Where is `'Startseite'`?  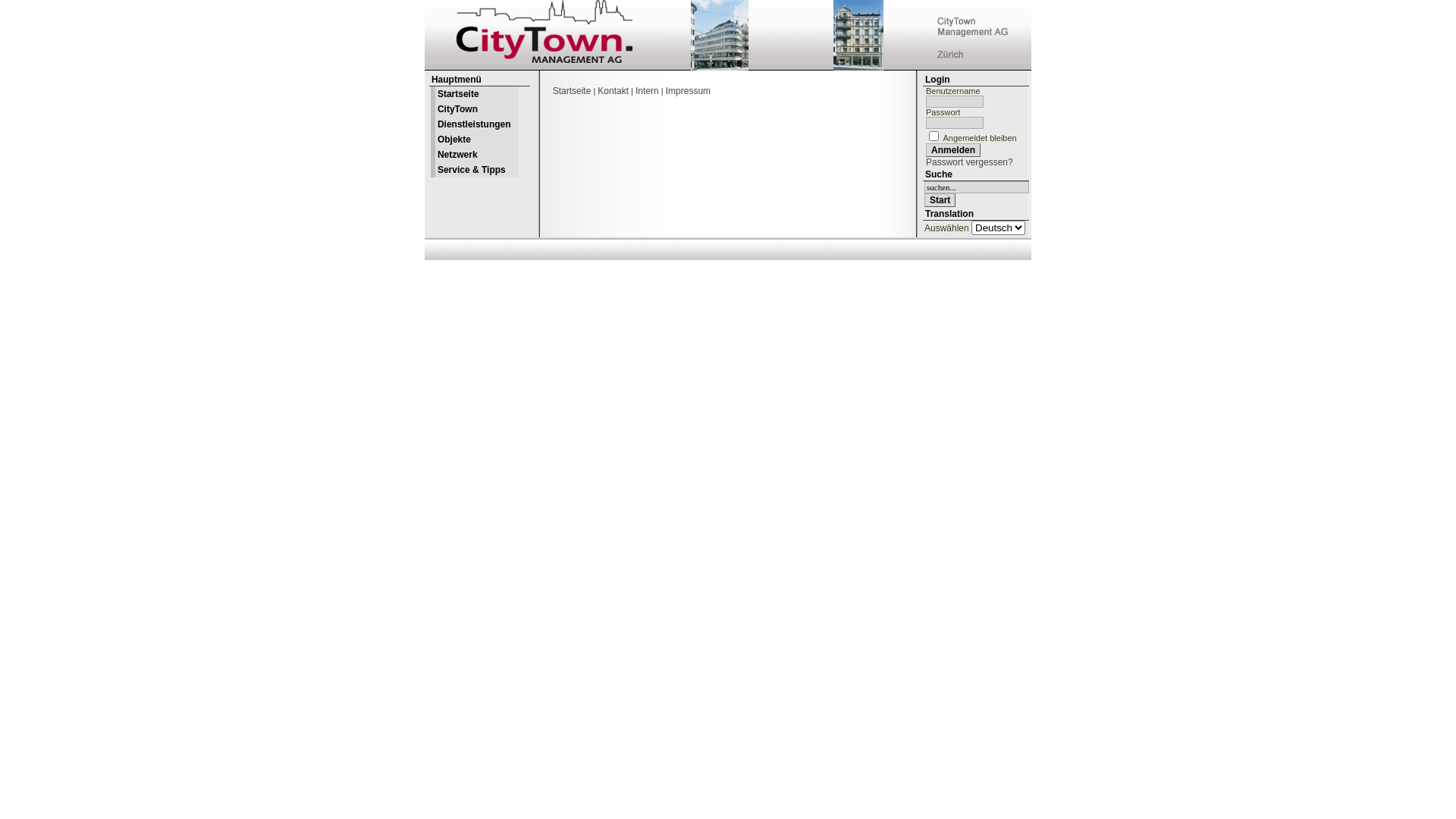 'Startseite' is located at coordinates (473, 93).